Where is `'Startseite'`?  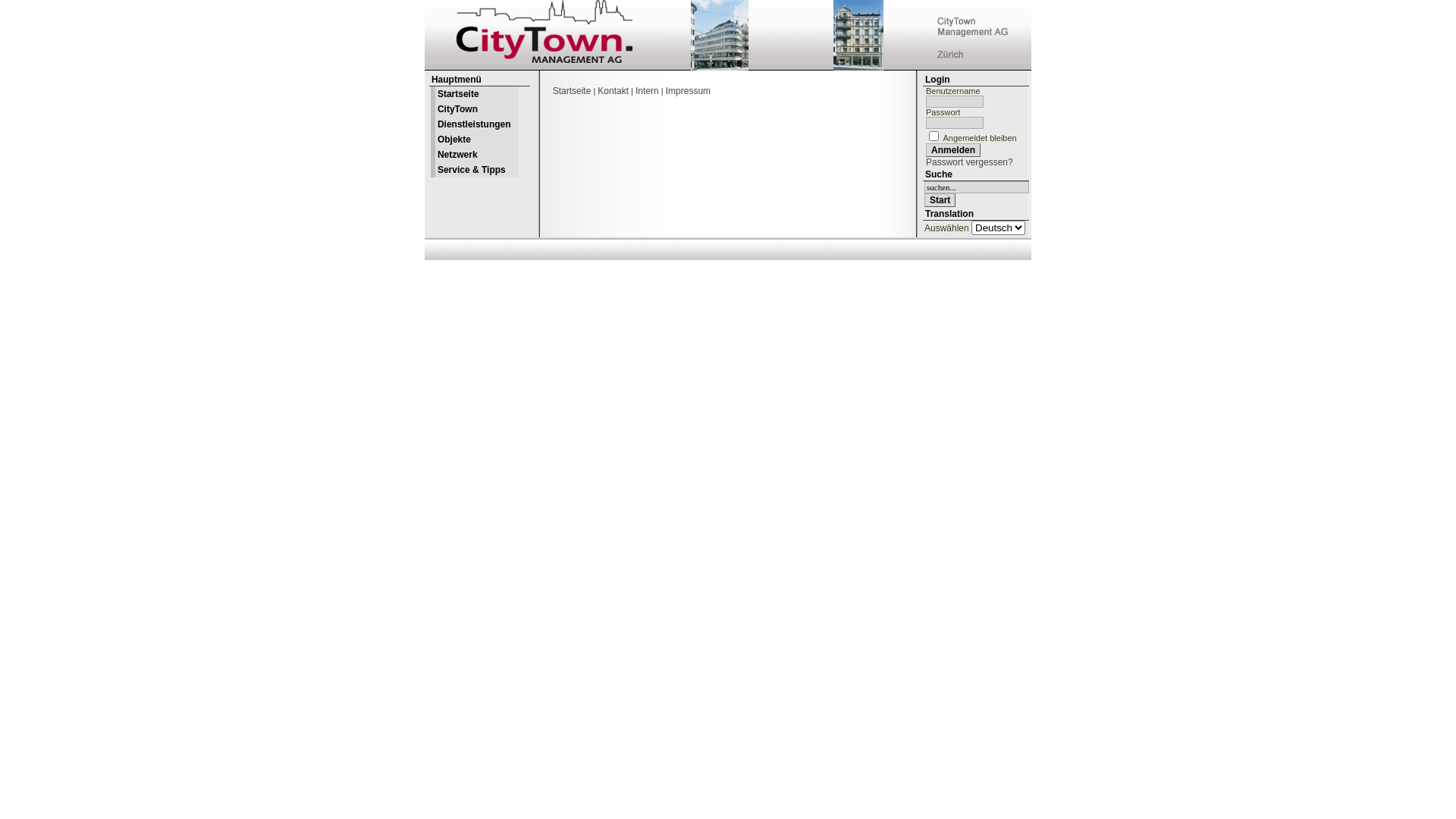 'Startseite' is located at coordinates (473, 93).